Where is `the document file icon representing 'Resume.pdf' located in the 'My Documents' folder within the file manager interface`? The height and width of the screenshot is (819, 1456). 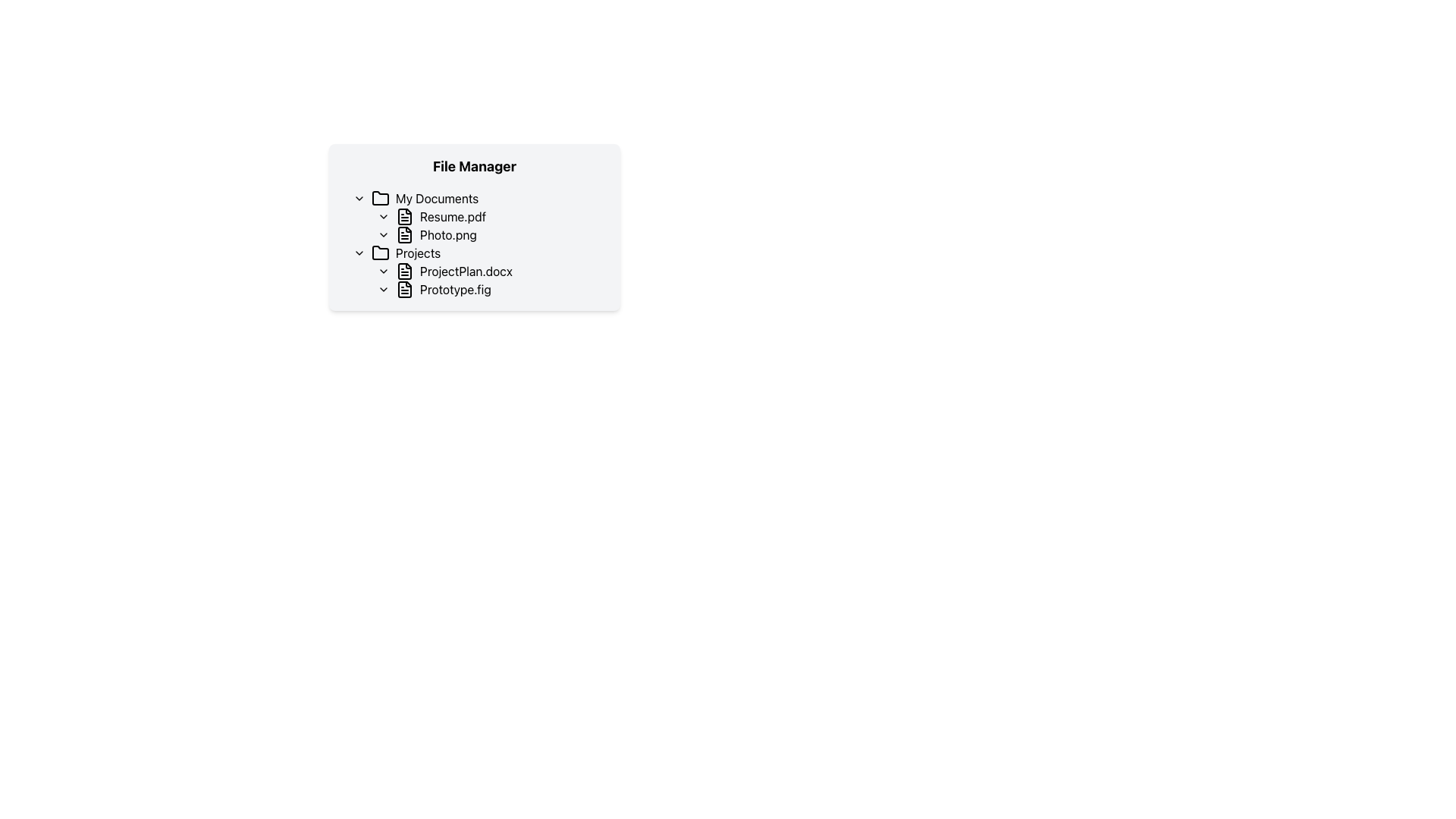
the document file icon representing 'Resume.pdf' located in the 'My Documents' folder within the file manager interface is located at coordinates (404, 216).